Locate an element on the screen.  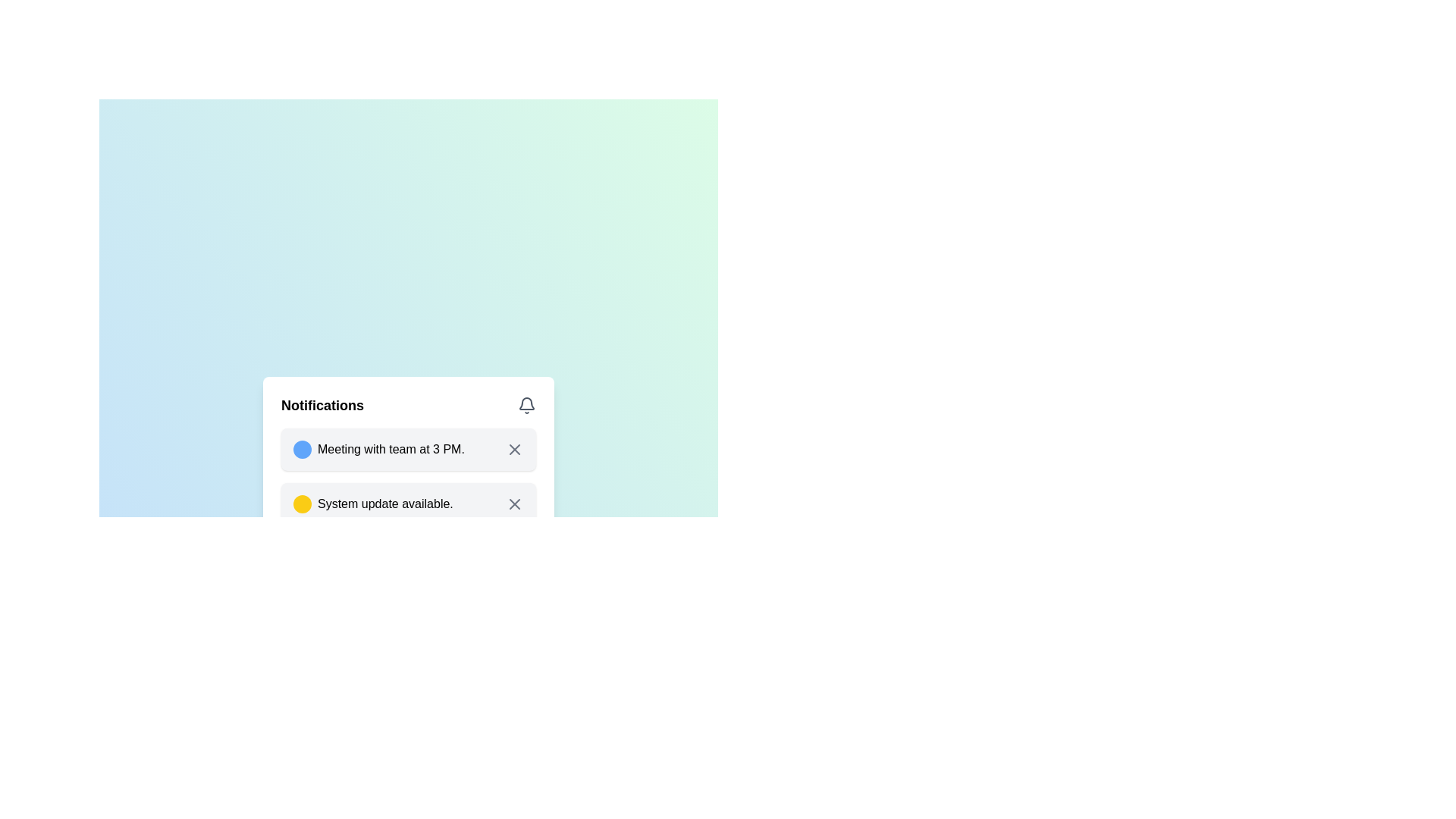
the notification group by interacting with the text label that indicates a system update is available, located under the title 'Notifications' in the notification popup is located at coordinates (385, 504).